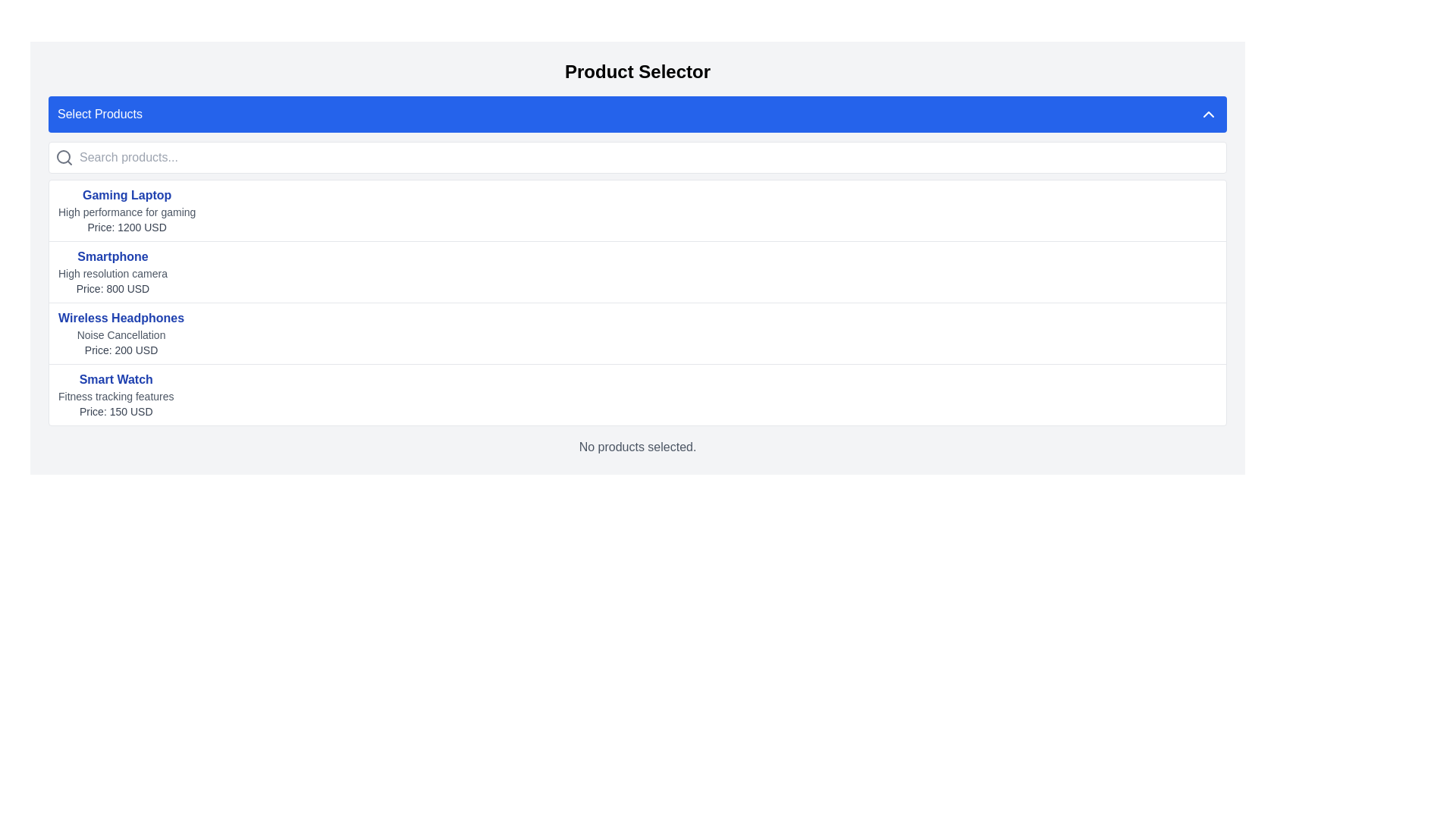  Describe the element at coordinates (127, 210) in the screenshot. I see `the 'Gaming Laptop' product information text block, which is the first entry in the list under the 'Select Products' section, located below the search bar` at that location.